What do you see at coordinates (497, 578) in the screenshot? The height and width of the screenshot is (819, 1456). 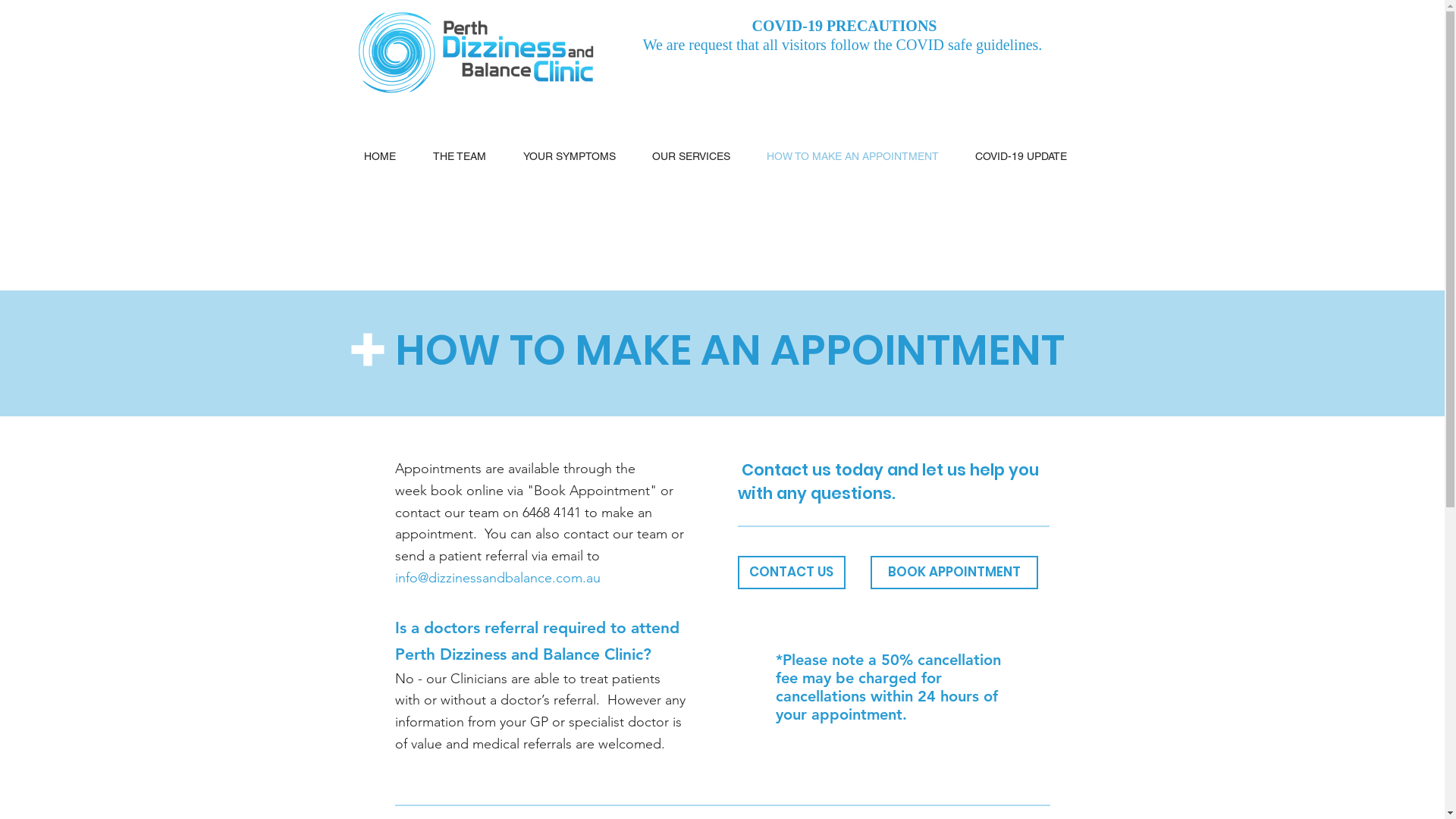 I see `'info@dizzinessandbalance.com.au'` at bounding box center [497, 578].